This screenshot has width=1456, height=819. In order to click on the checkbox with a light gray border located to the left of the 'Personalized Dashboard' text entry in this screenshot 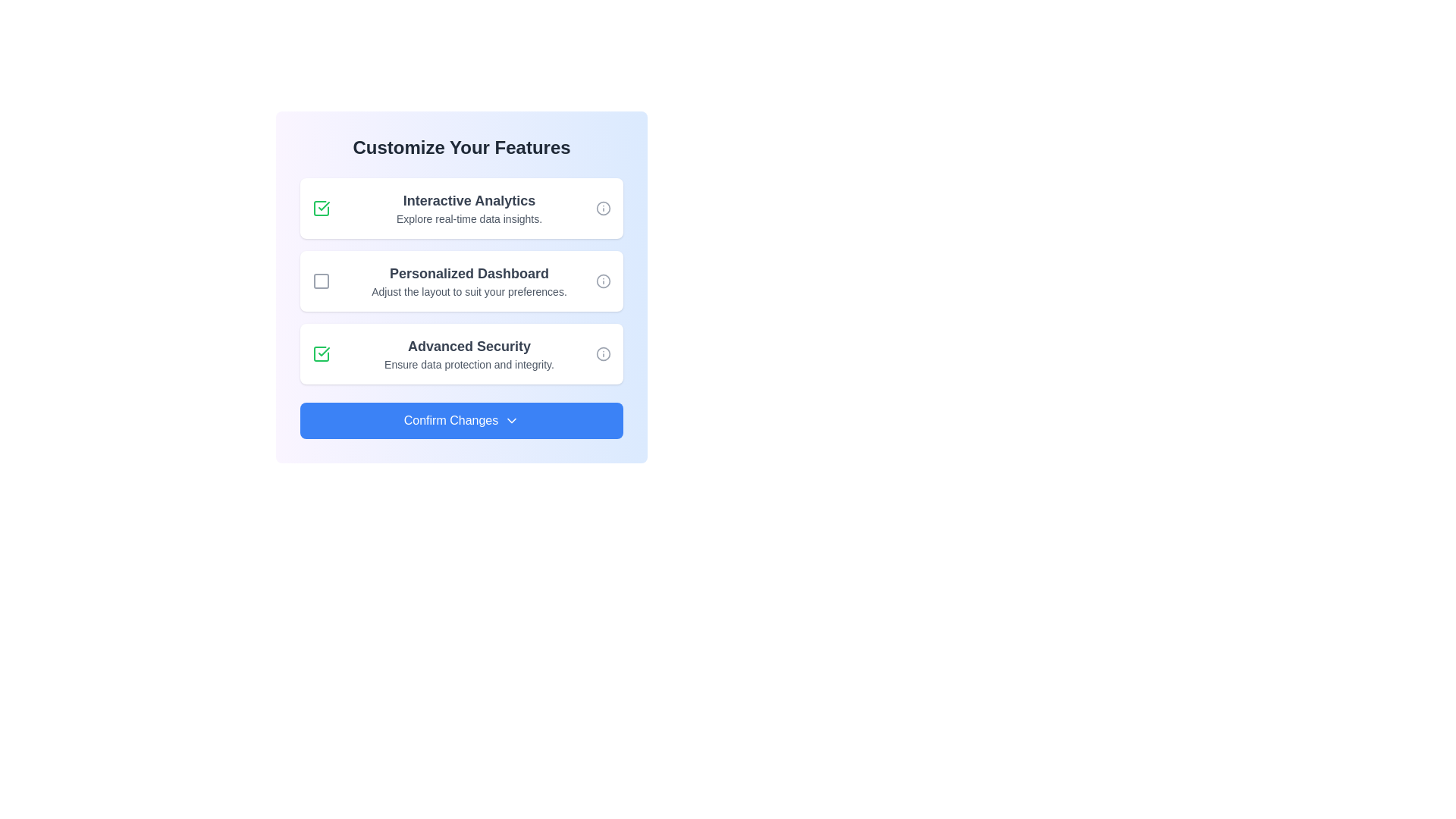, I will do `click(320, 281)`.